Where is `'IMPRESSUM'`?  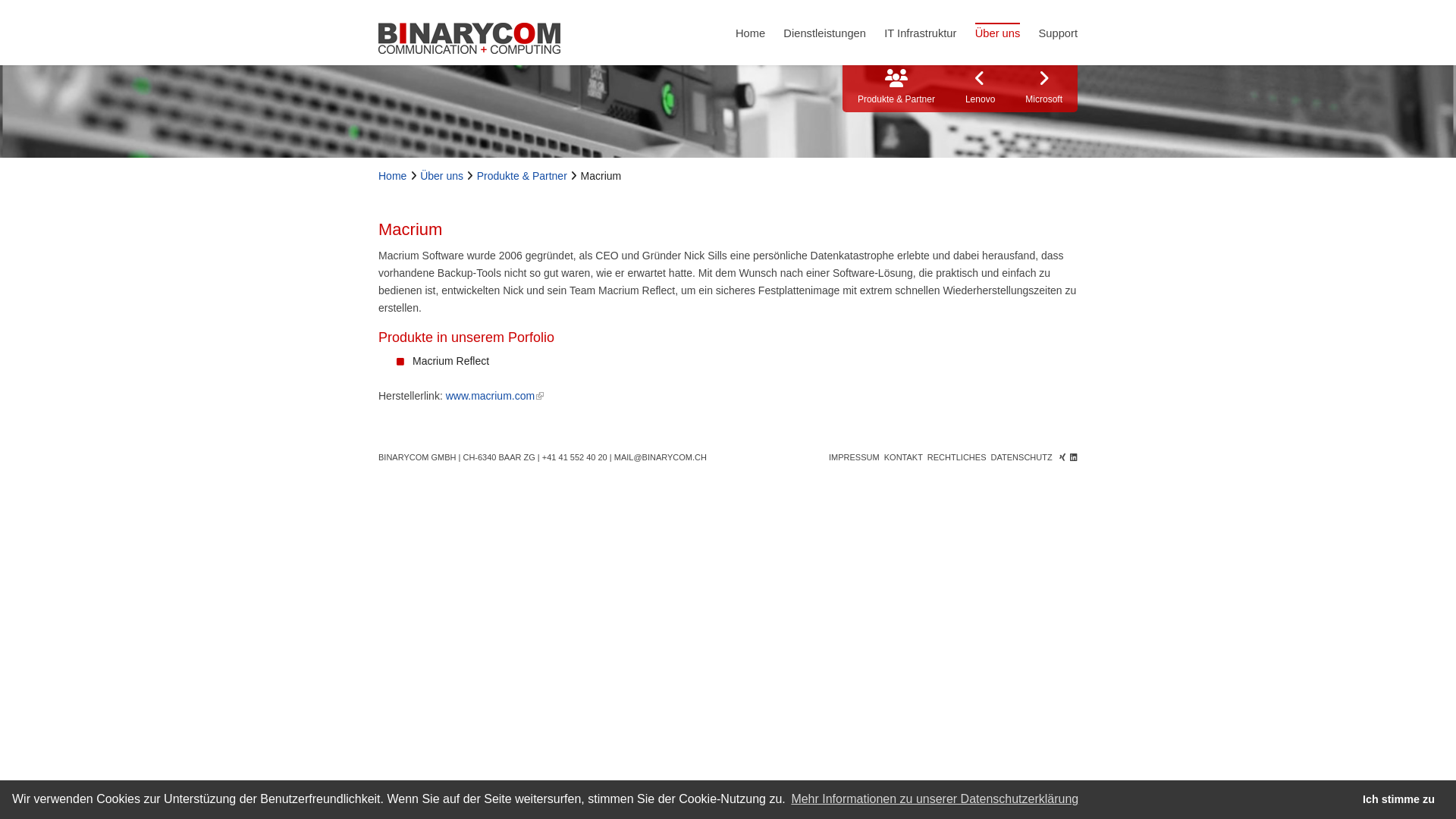
'IMPRESSUM' is located at coordinates (854, 456).